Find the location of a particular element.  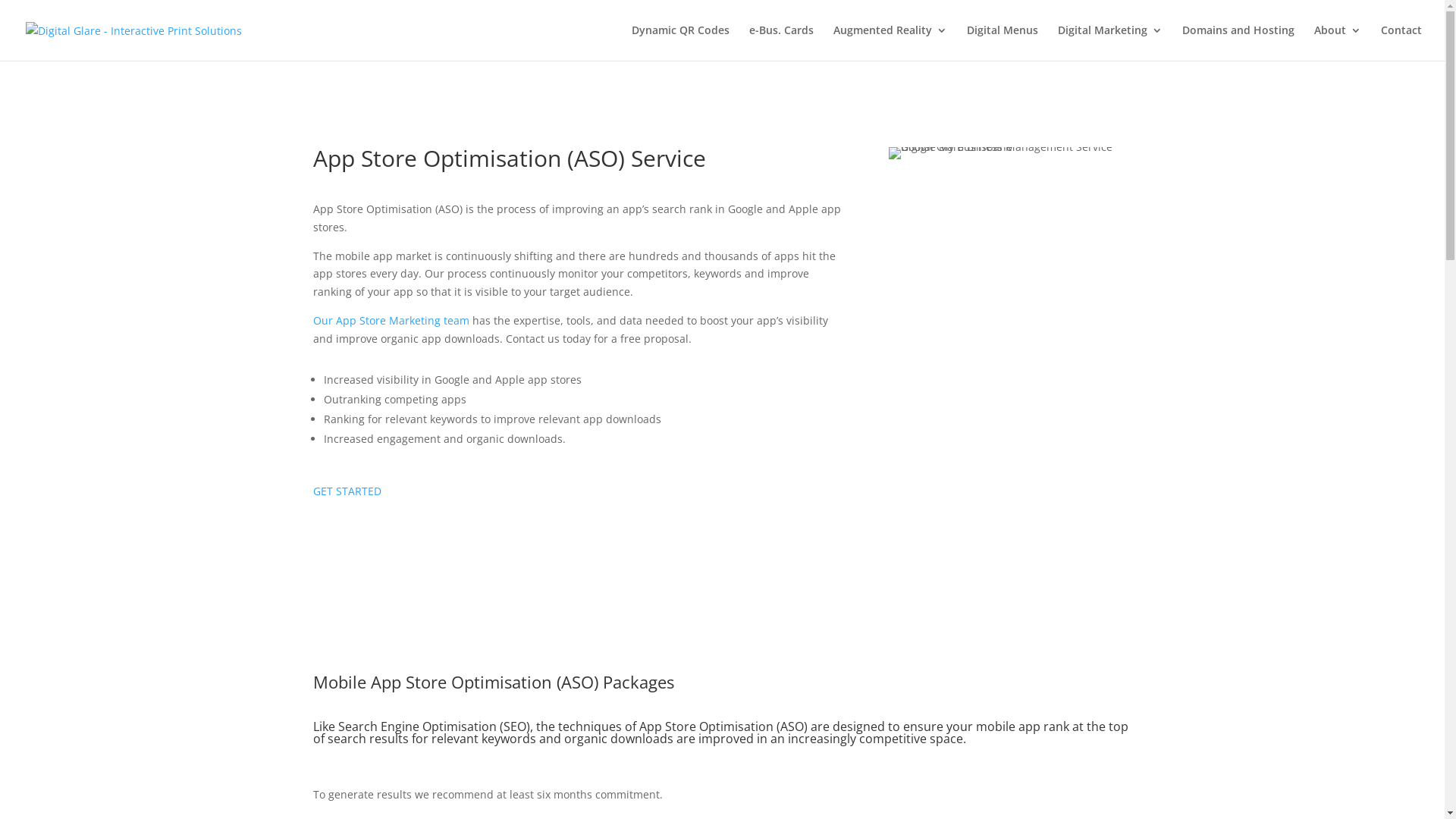

'GET STARTED' is located at coordinates (345, 491).